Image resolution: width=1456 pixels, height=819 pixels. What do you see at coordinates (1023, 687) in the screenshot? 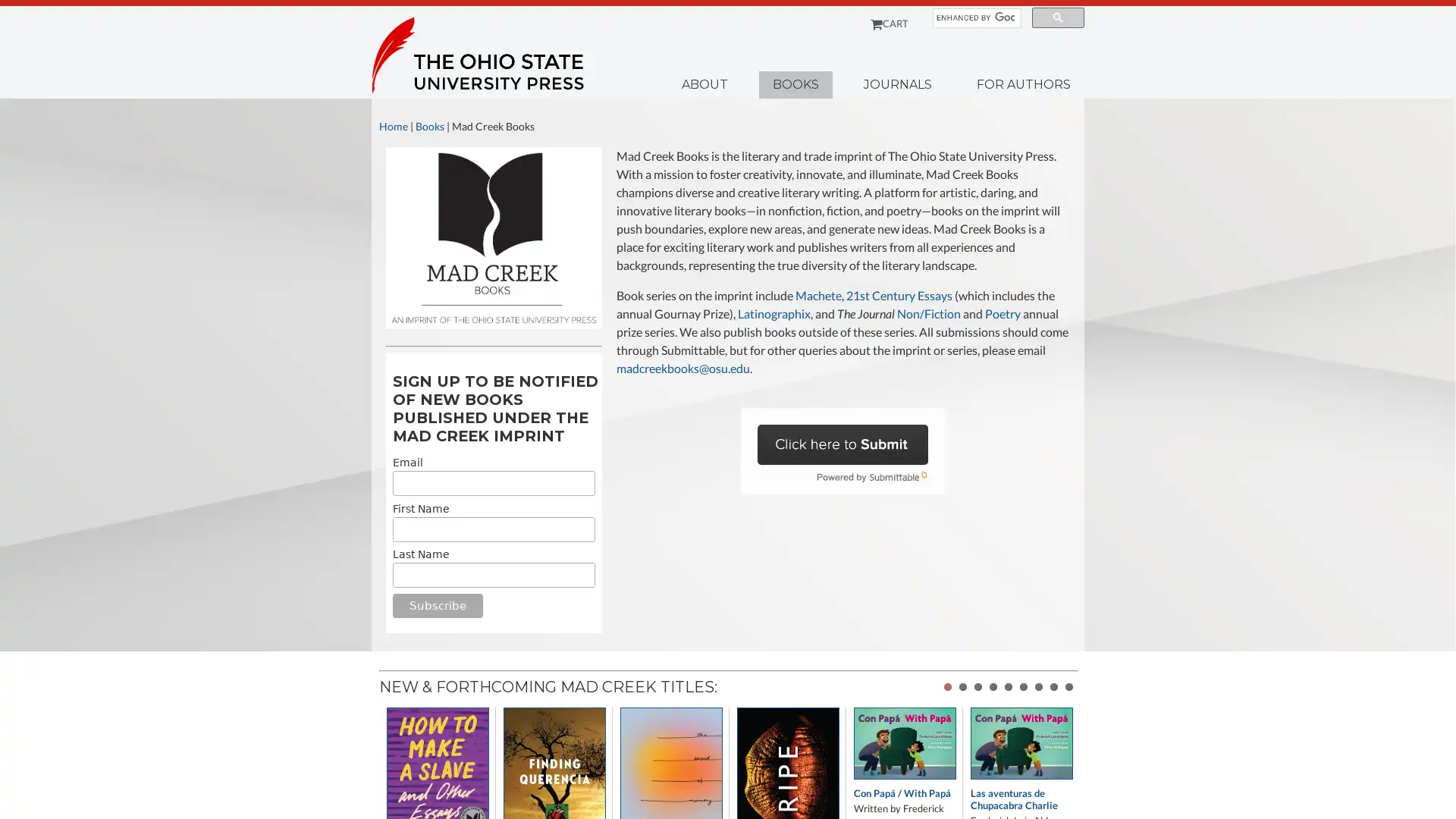
I see `6` at bounding box center [1023, 687].